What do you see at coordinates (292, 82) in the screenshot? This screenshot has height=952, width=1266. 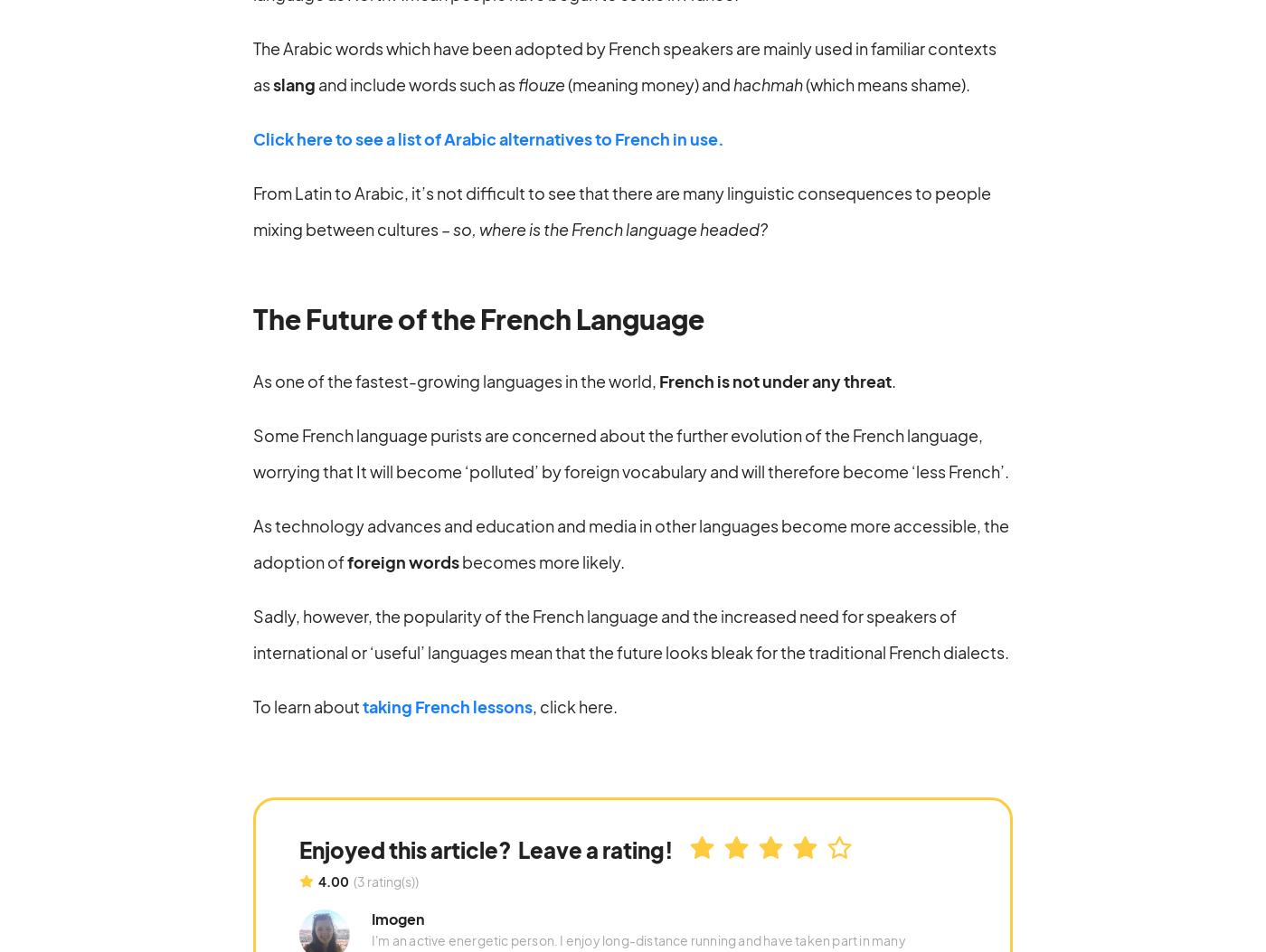 I see `'slang'` at bounding box center [292, 82].